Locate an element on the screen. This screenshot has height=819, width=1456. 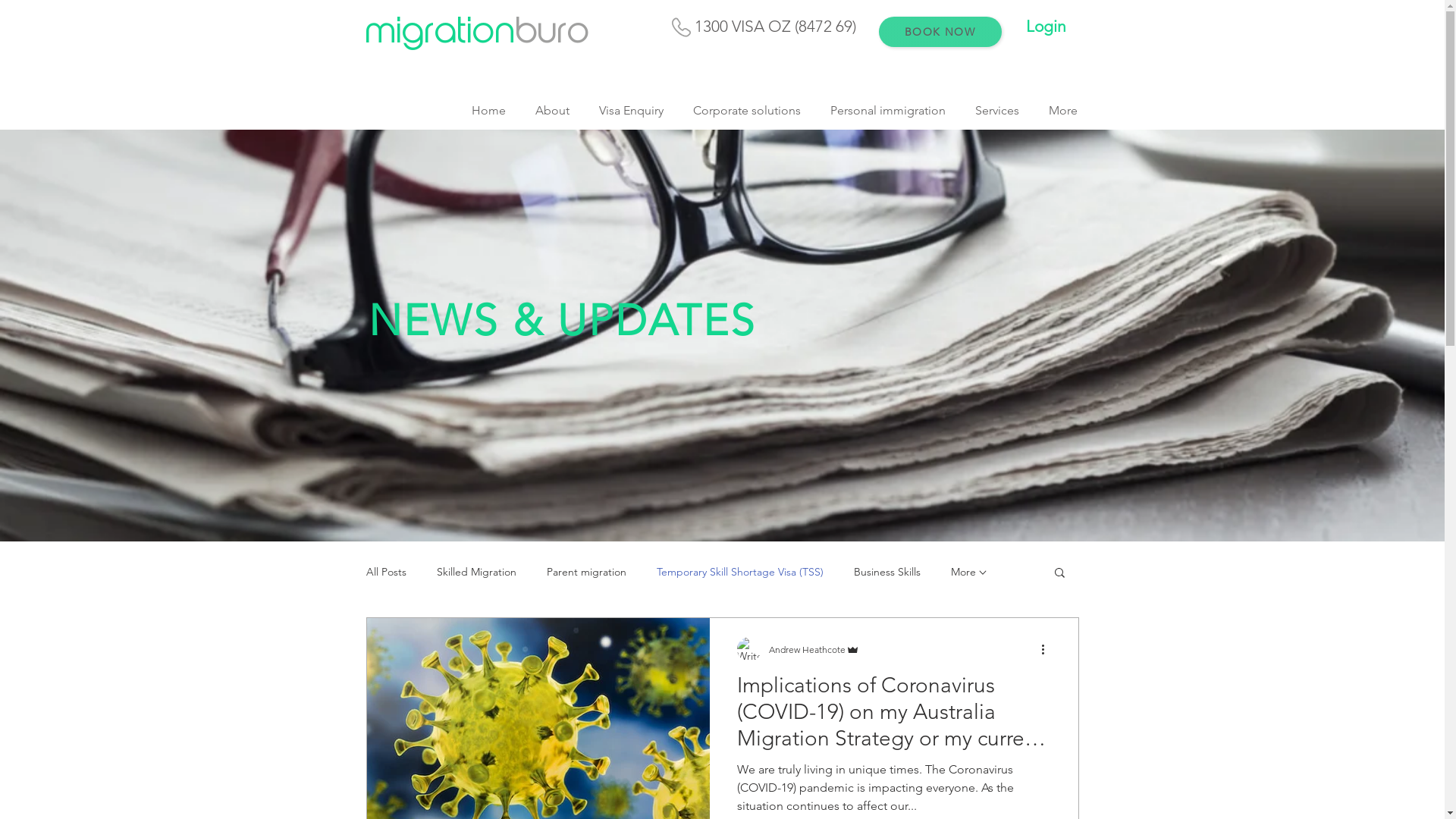
'Skilled Migration' is located at coordinates (475, 571).